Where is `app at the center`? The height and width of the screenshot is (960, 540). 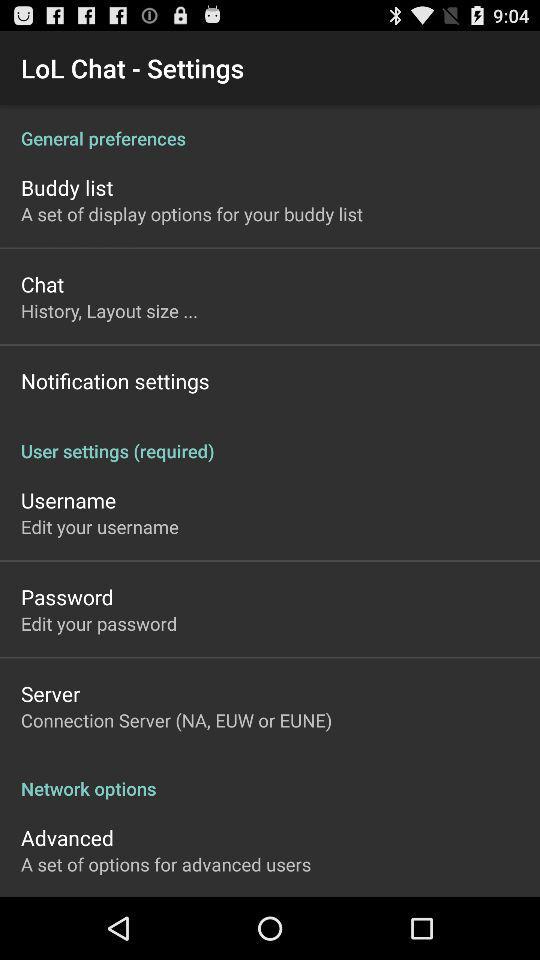
app at the center is located at coordinates (270, 440).